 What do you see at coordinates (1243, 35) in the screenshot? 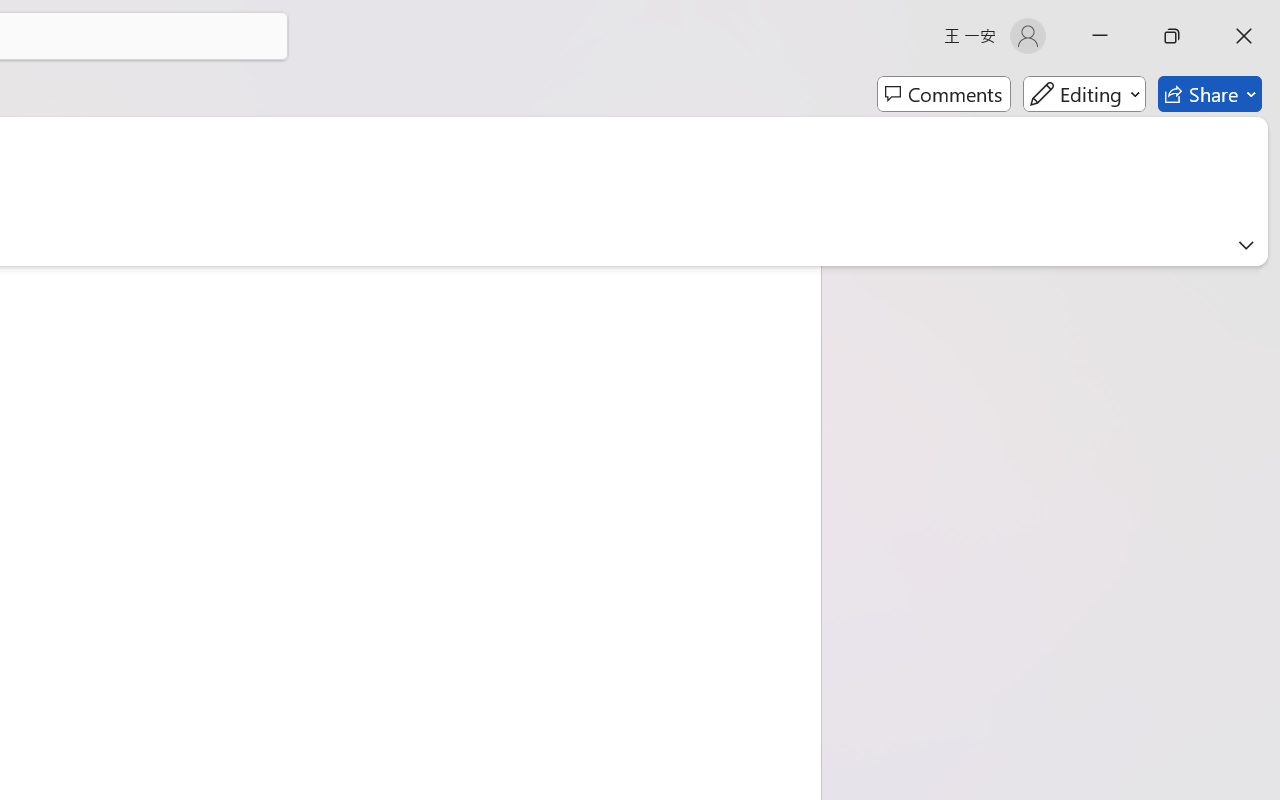
I see `'Close'` at bounding box center [1243, 35].